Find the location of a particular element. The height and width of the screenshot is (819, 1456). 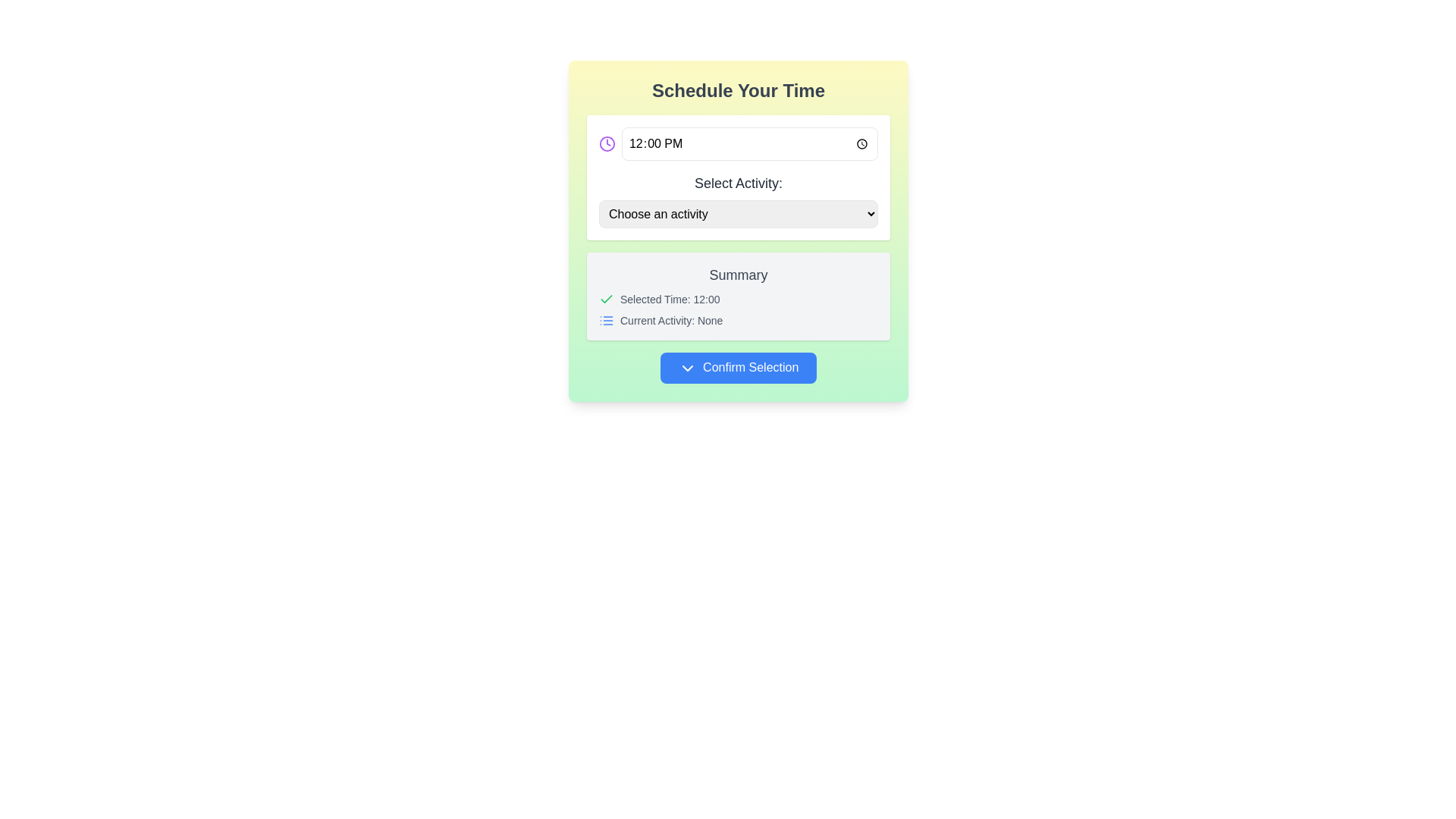

the Time input field displaying '12:00' to select or input a time is located at coordinates (749, 143).